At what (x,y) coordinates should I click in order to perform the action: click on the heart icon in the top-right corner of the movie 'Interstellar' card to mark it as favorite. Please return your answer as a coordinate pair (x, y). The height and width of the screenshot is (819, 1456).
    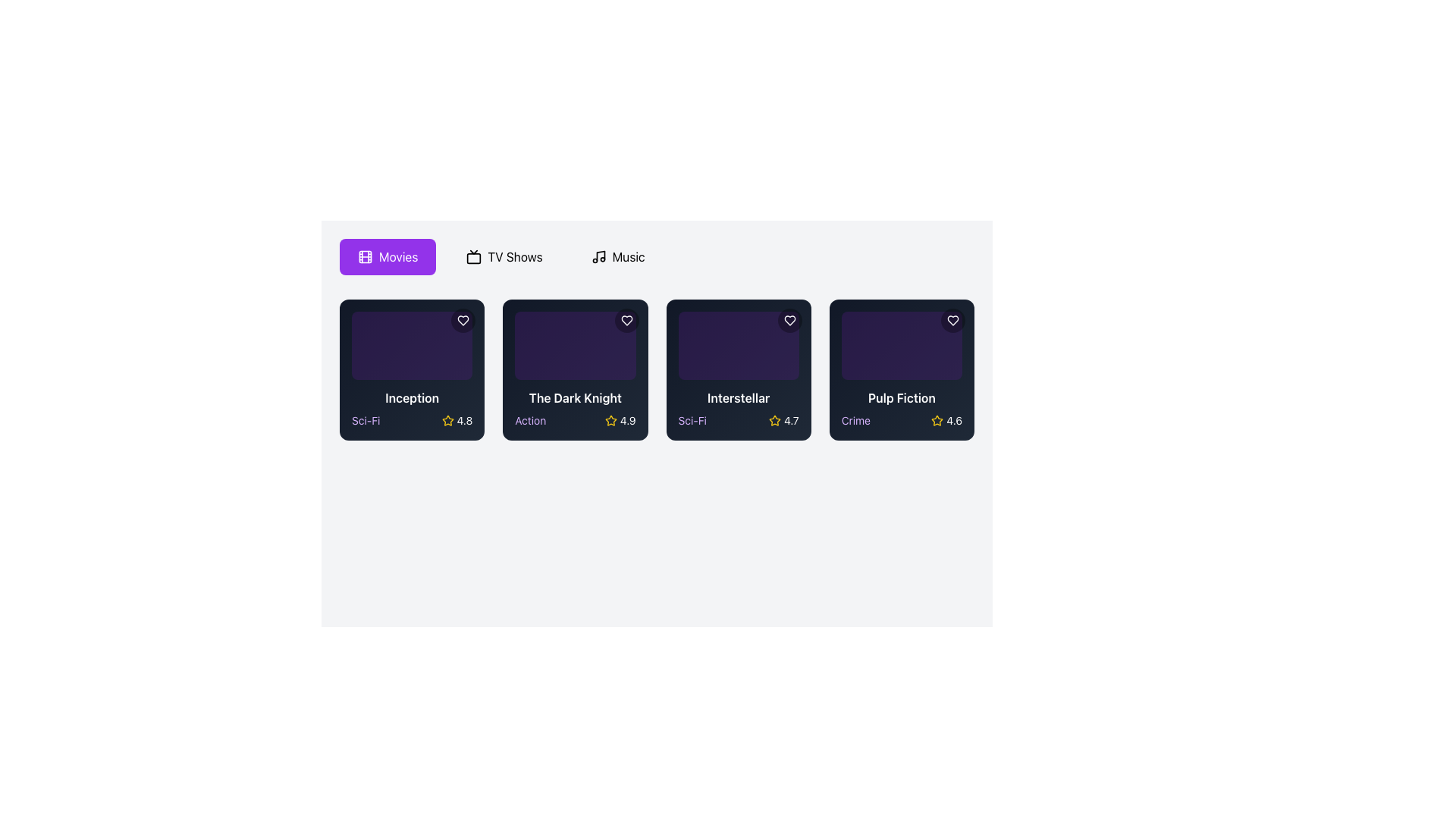
    Looking at the image, I should click on (789, 320).